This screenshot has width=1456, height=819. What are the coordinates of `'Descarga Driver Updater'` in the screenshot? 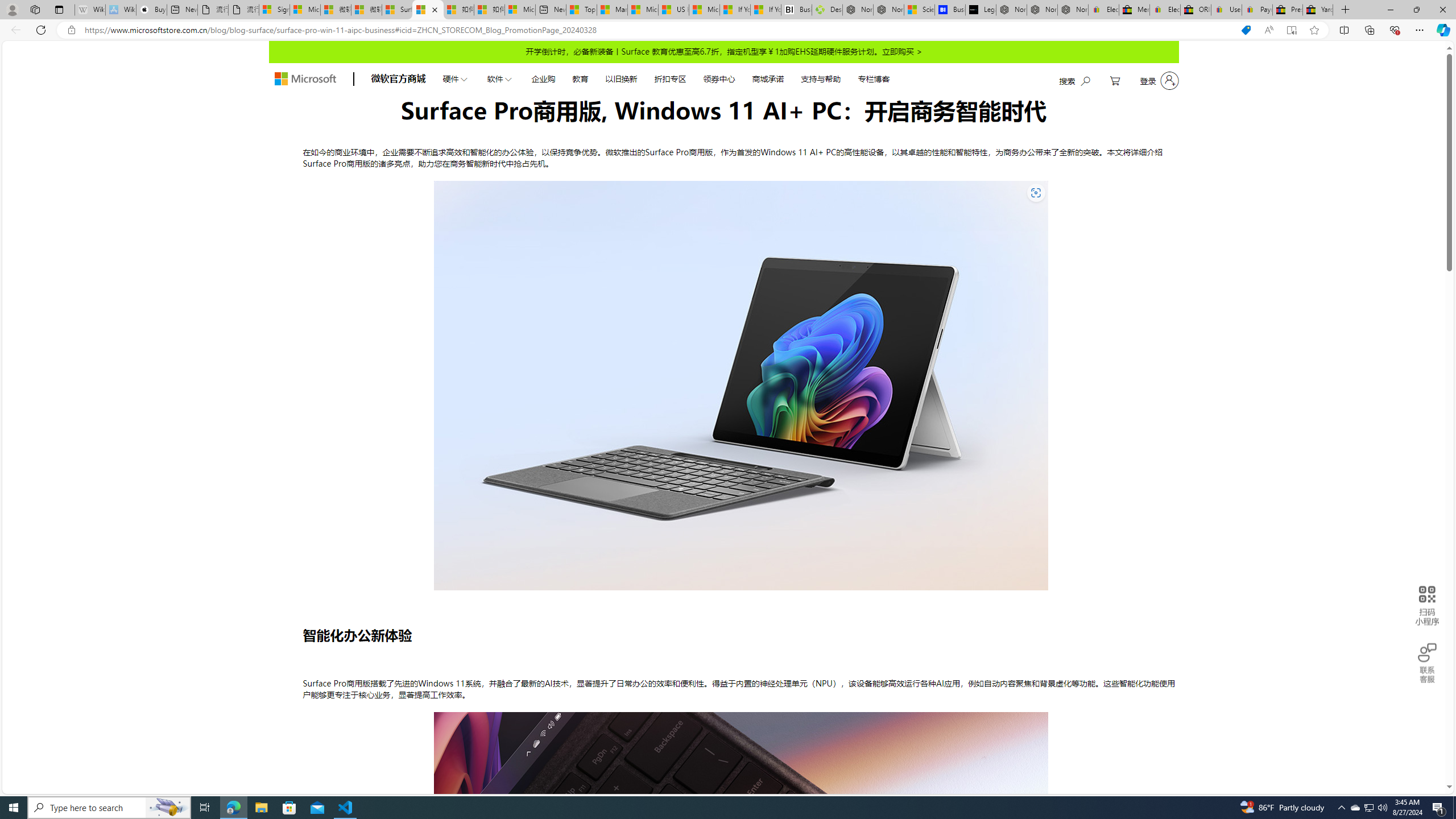 It's located at (827, 9).